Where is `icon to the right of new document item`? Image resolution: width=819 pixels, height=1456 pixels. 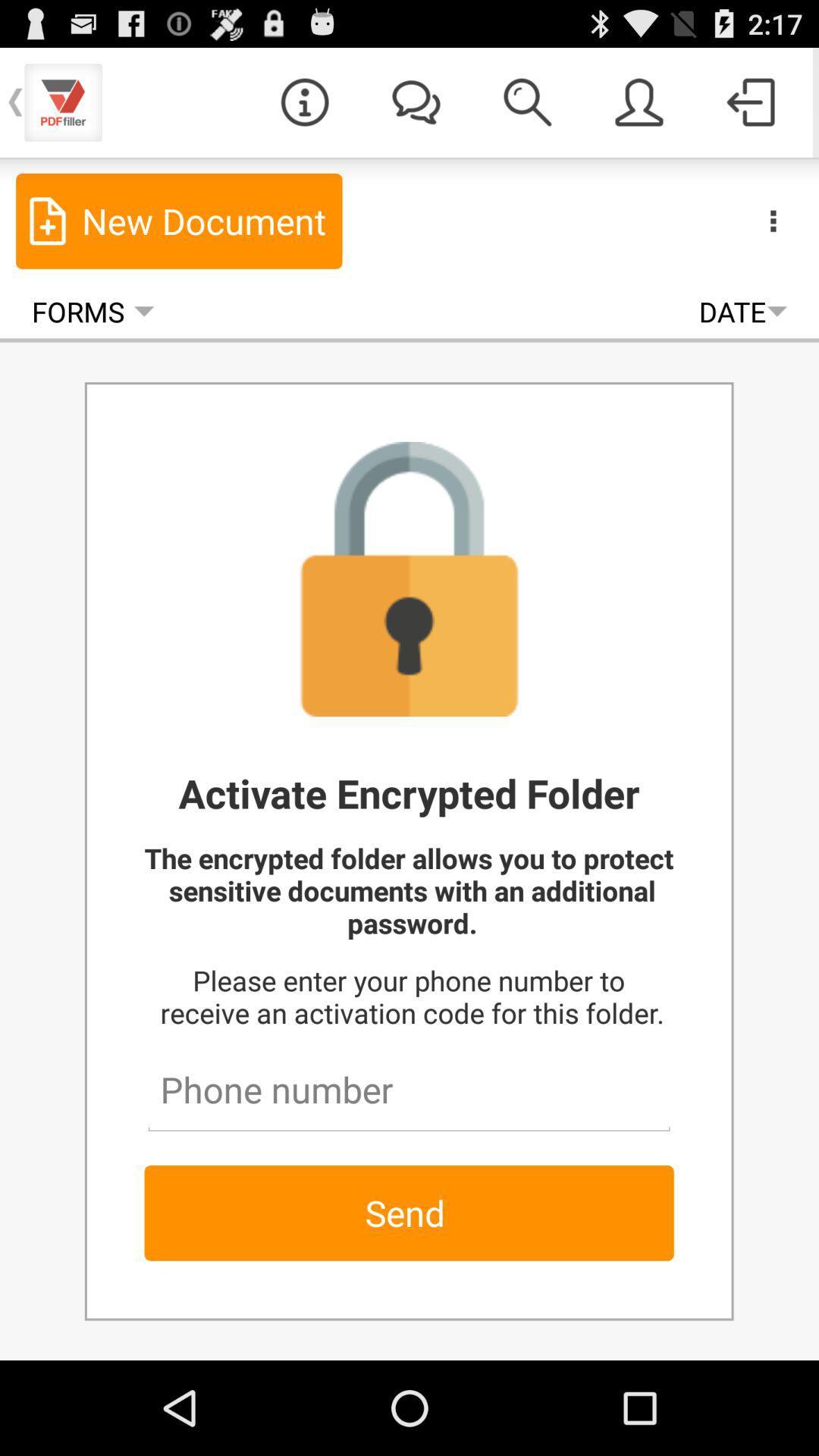 icon to the right of new document item is located at coordinates (773, 220).